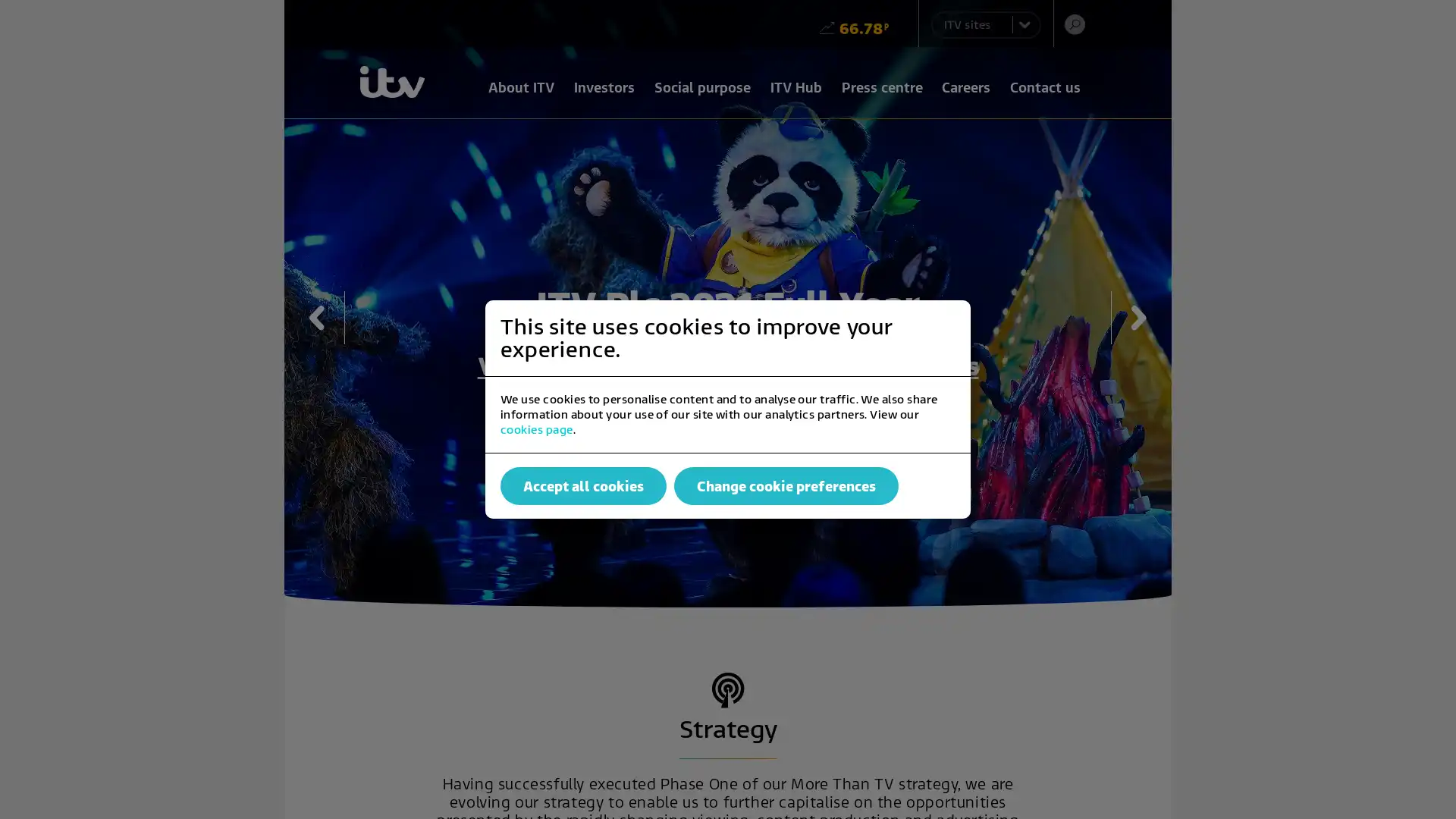  What do you see at coordinates (1131, 317) in the screenshot?
I see `Next` at bounding box center [1131, 317].